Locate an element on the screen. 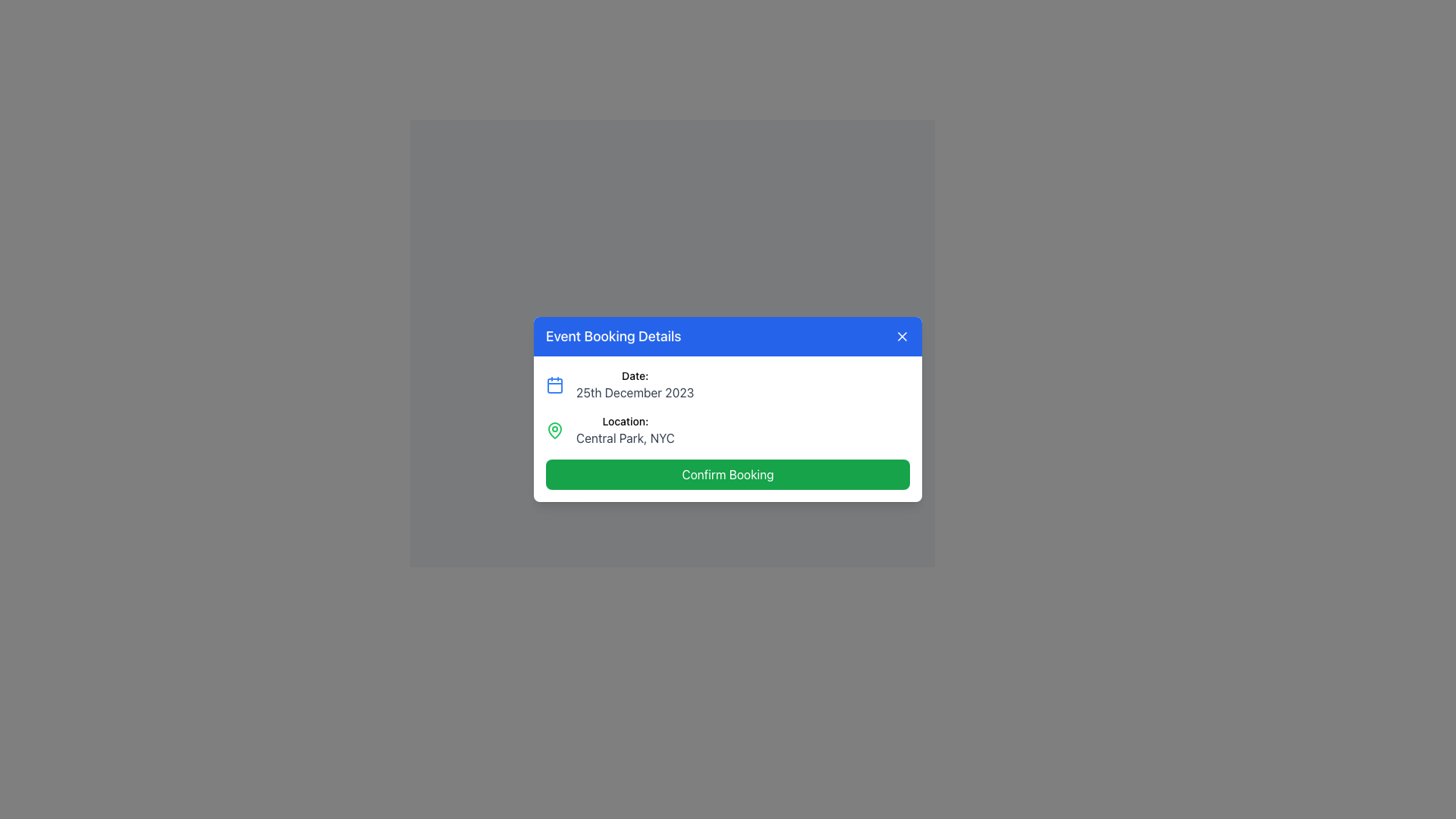  the close button located at the top-right corner of the 'Event Booking Details' modal header is located at coordinates (902, 335).